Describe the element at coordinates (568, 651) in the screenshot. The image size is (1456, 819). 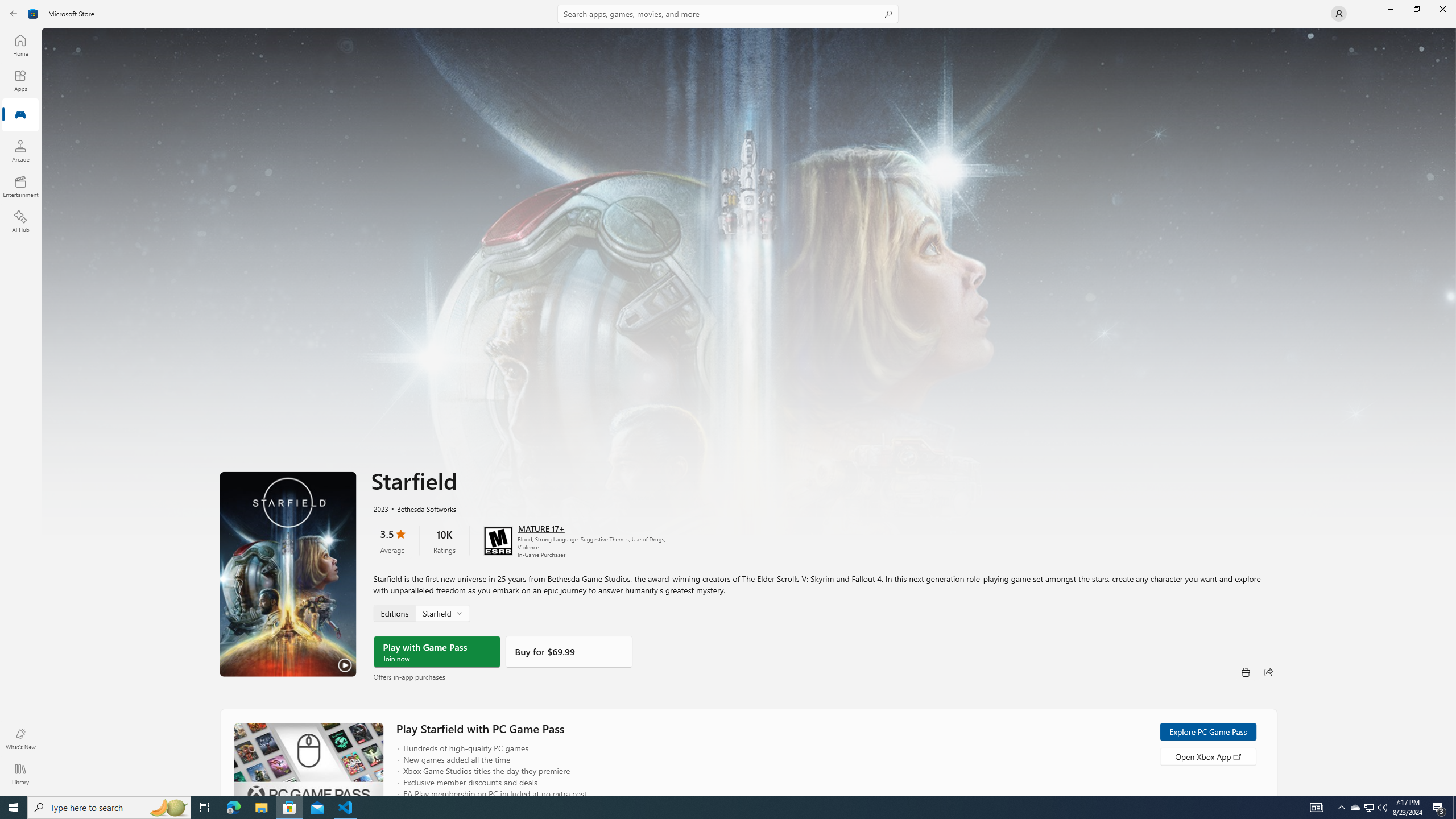
I see `'Buy'` at that location.